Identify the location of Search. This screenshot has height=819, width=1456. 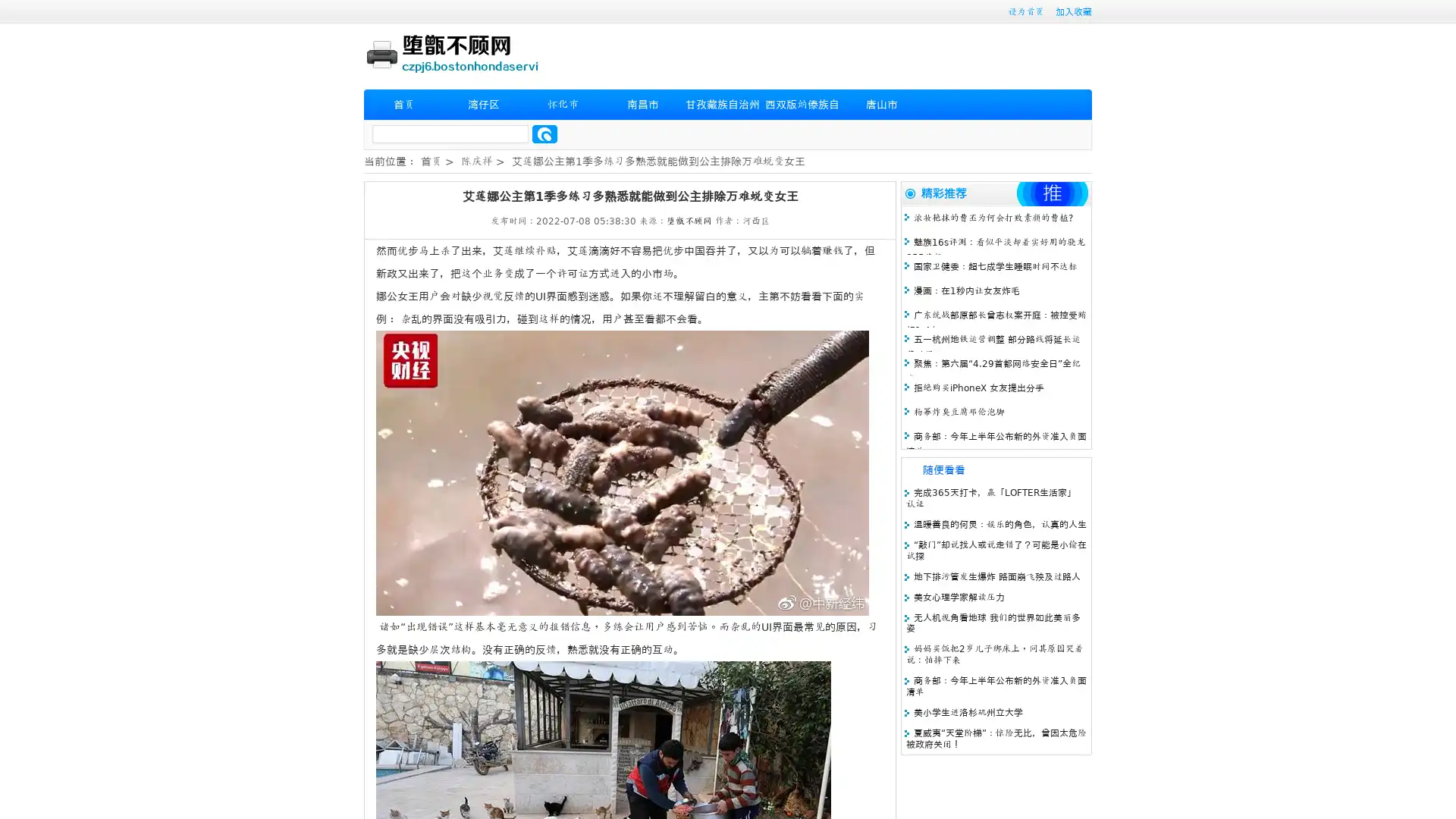
(544, 133).